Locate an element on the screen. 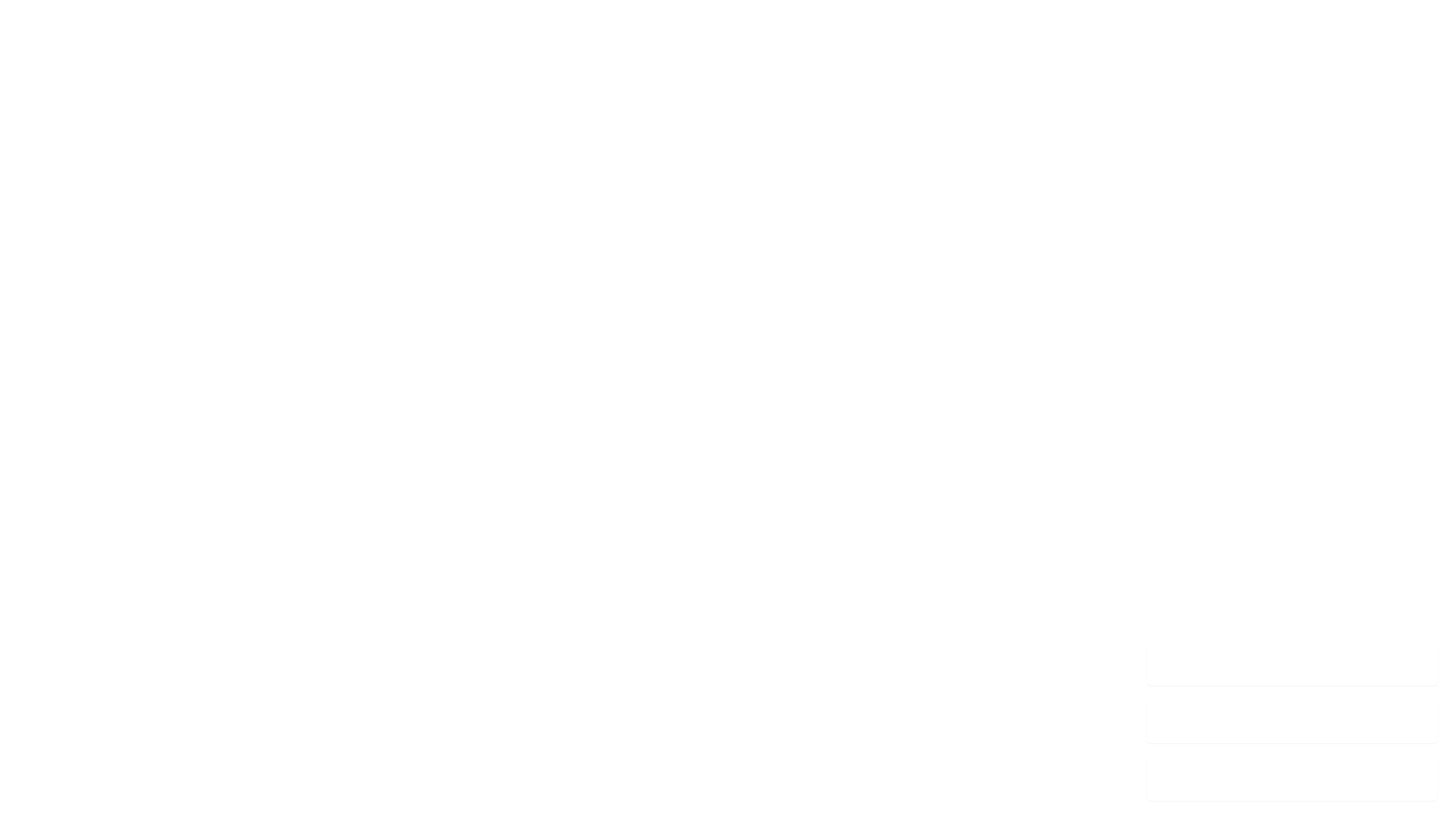 This screenshot has height=819, width=1456. the dismiss button represented by a stylized '×' character is located at coordinates (1420, 662).